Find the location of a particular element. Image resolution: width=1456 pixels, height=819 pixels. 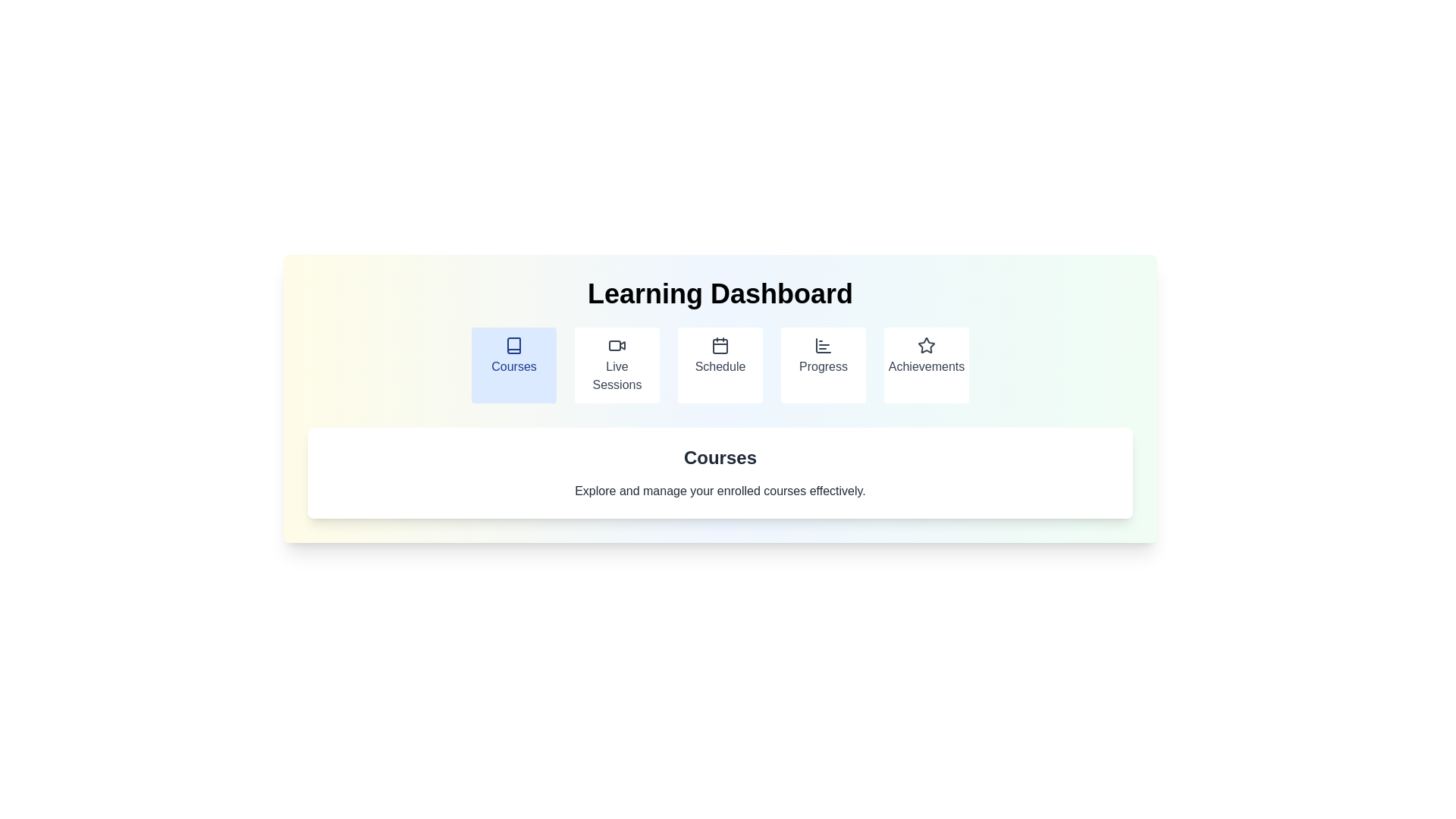

the 'Schedule' text label is located at coordinates (720, 366).